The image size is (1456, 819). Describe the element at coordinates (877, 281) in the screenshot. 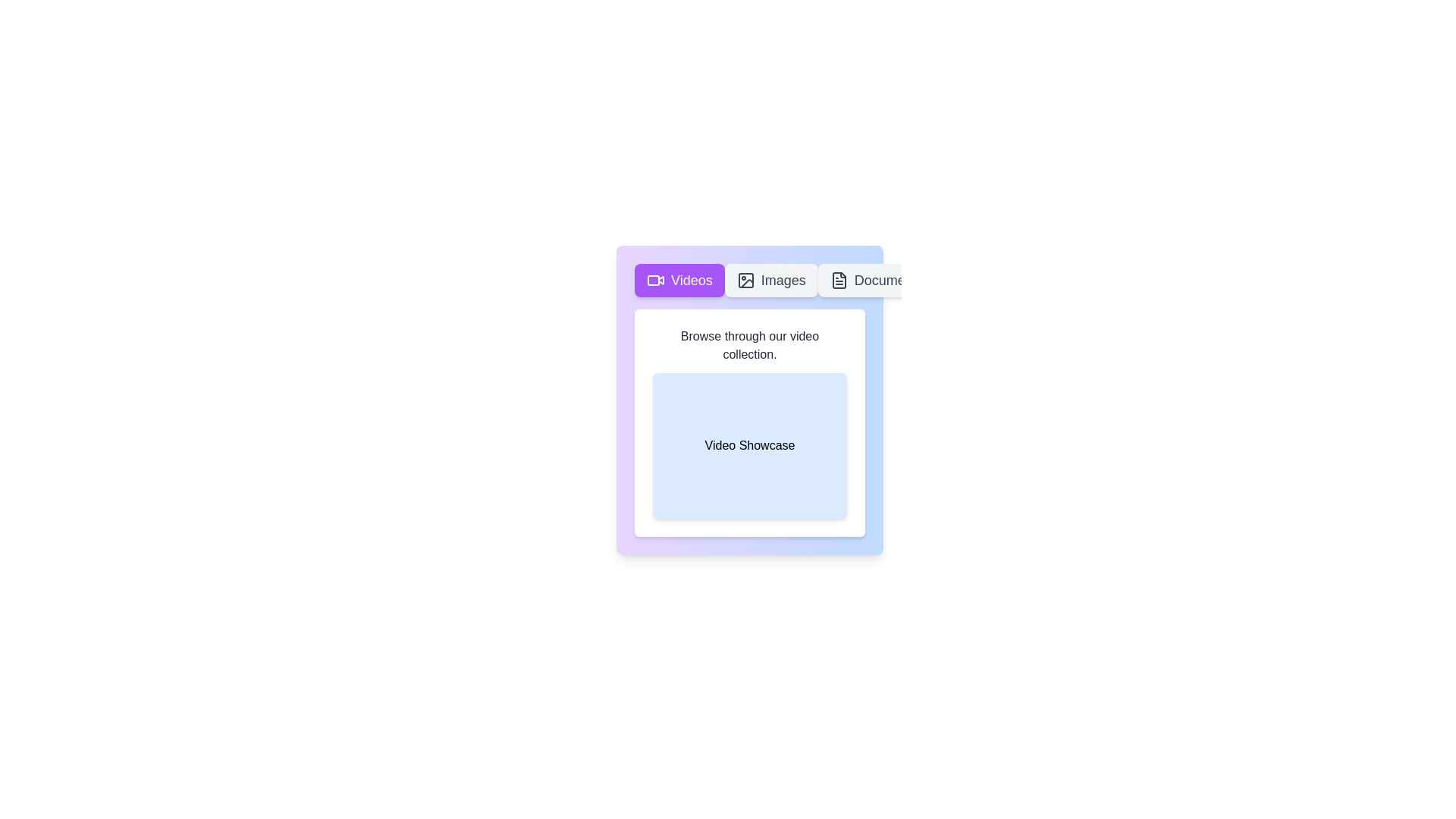

I see `the document navigation button for accessibility` at that location.